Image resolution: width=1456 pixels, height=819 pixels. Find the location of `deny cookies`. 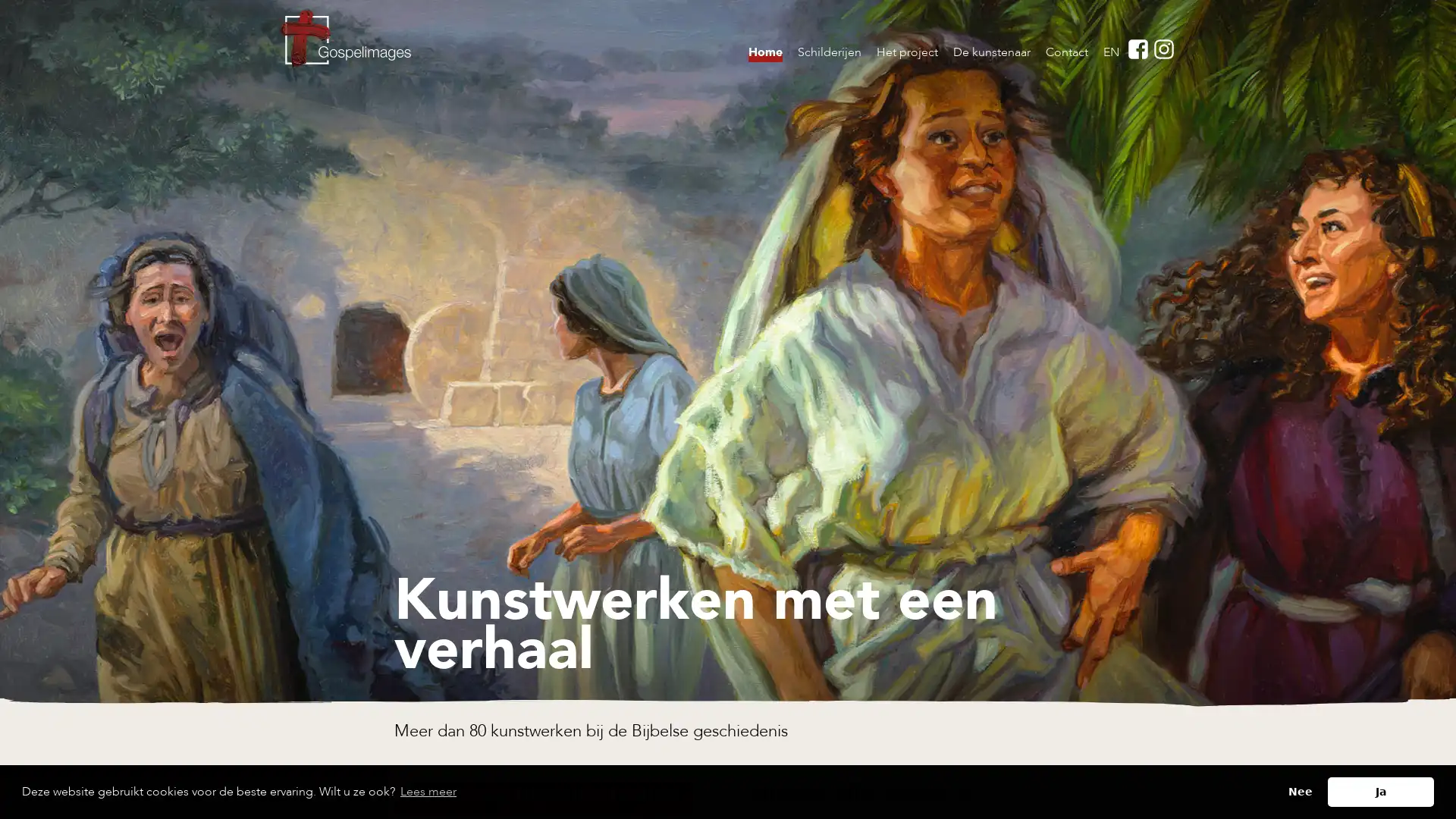

deny cookies is located at coordinates (1298, 791).